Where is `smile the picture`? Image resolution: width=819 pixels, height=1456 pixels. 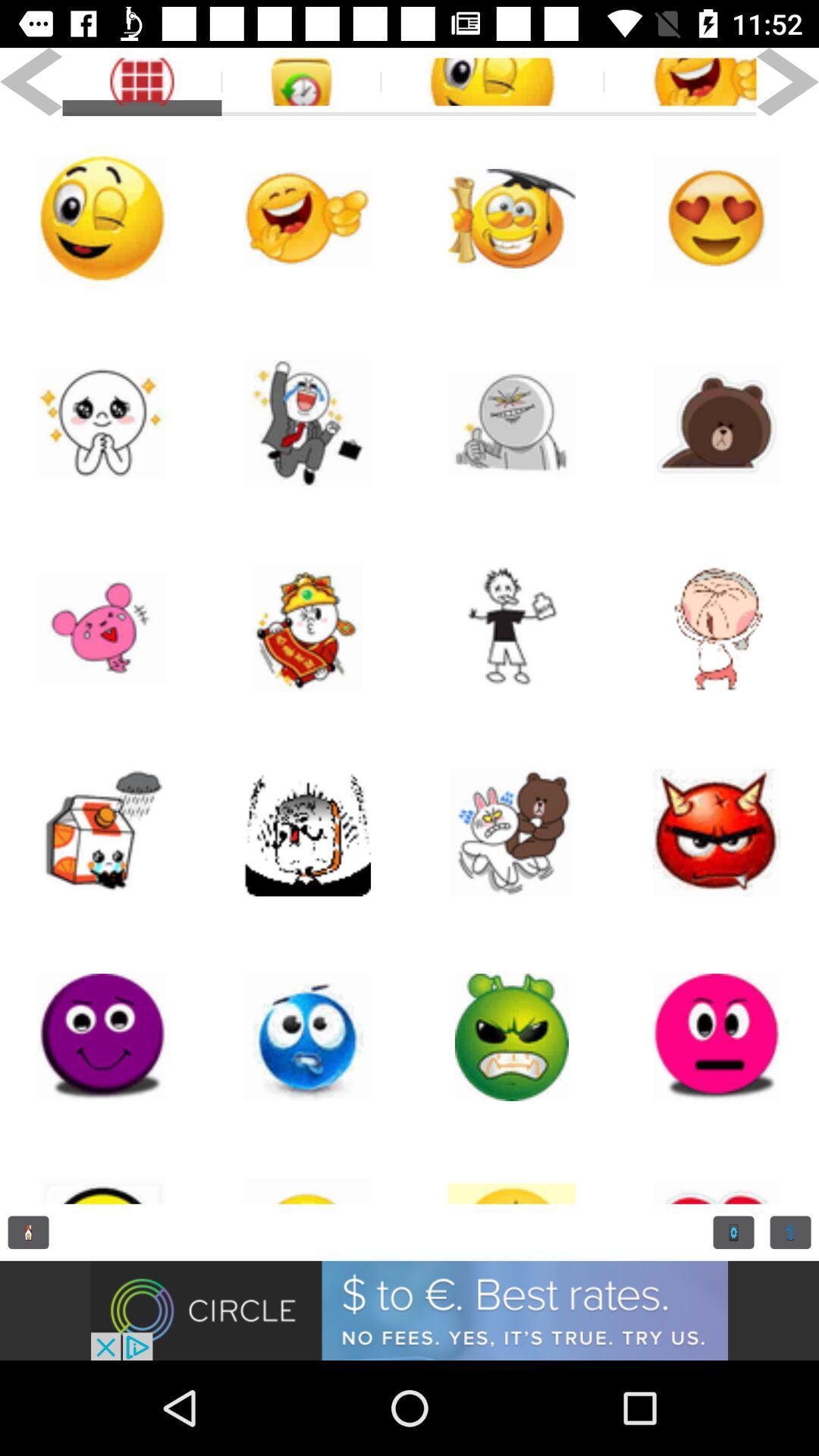
smile the picture is located at coordinates (679, 81).